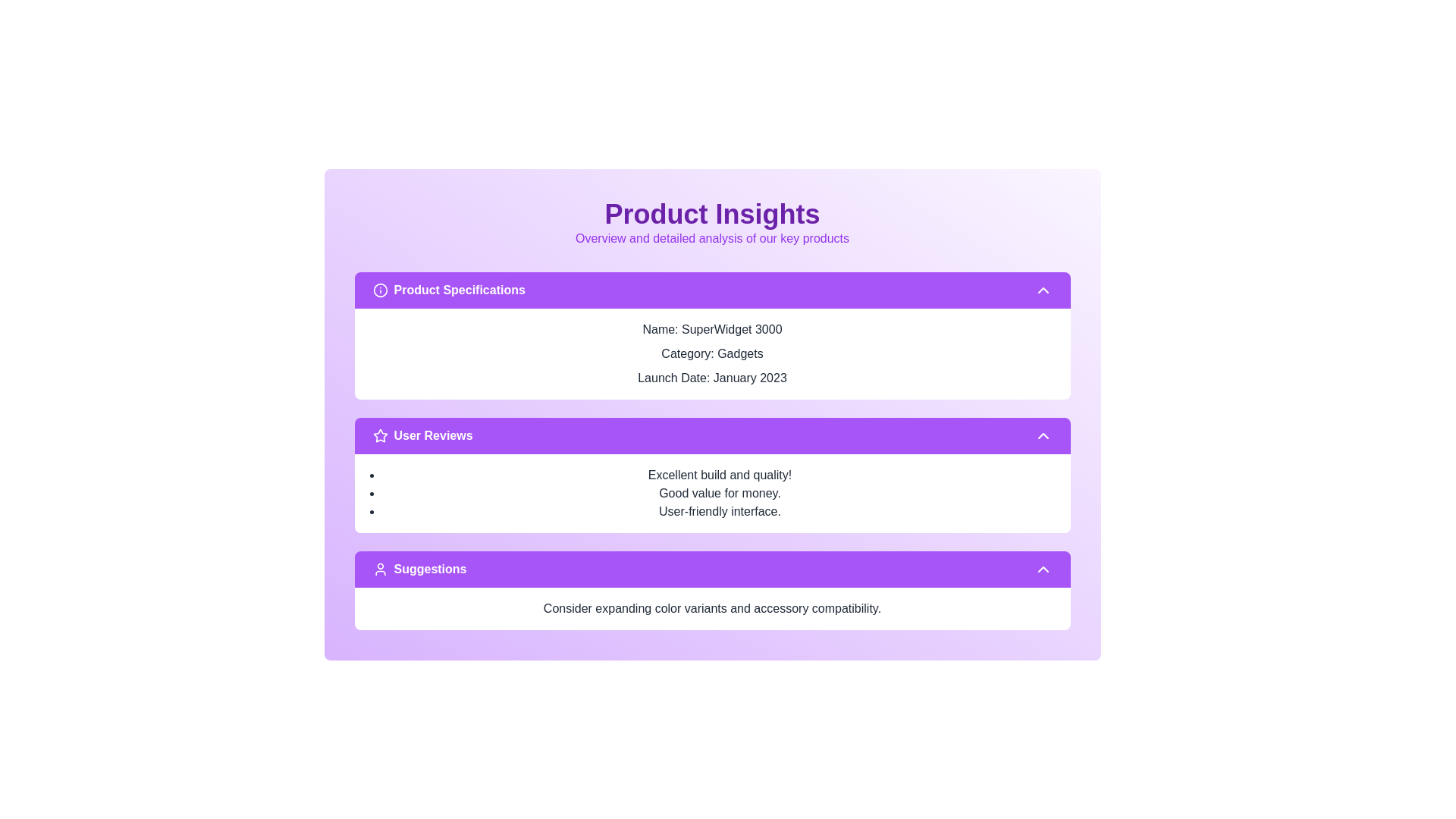 Image resolution: width=1456 pixels, height=819 pixels. What do you see at coordinates (711, 494) in the screenshot?
I see `the review section containing user comments with a white background and bullet points, located below the 'User Reviews' header` at bounding box center [711, 494].